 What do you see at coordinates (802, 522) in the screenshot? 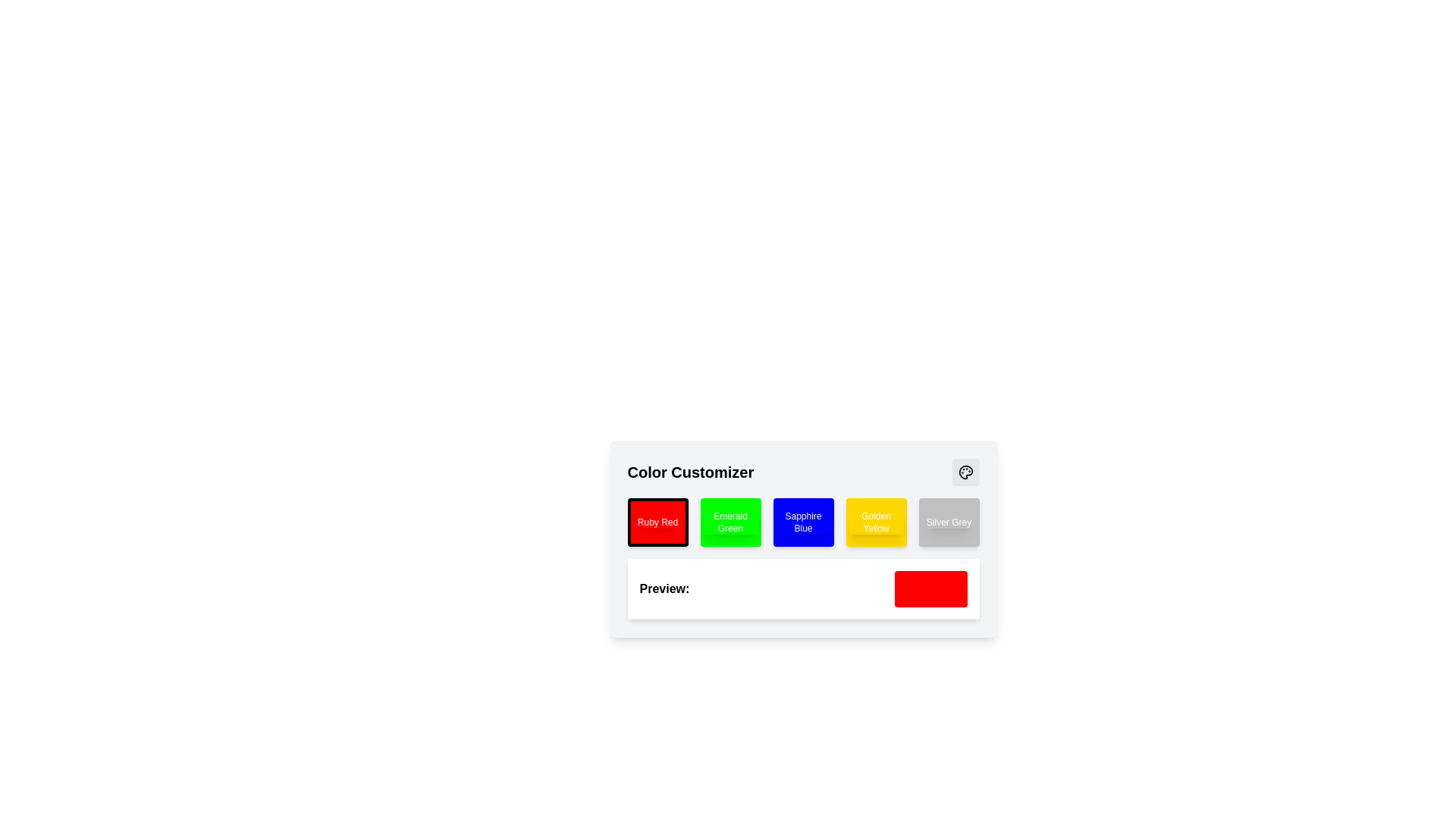
I see `the 'Sapphire Blue' button, which is a deep blue rectangular button displaying the text 'Sapphire Blue' in white font, located between the 'Emerald Green' button on the left and the 'Golden Yellow' button on the right` at bounding box center [802, 522].